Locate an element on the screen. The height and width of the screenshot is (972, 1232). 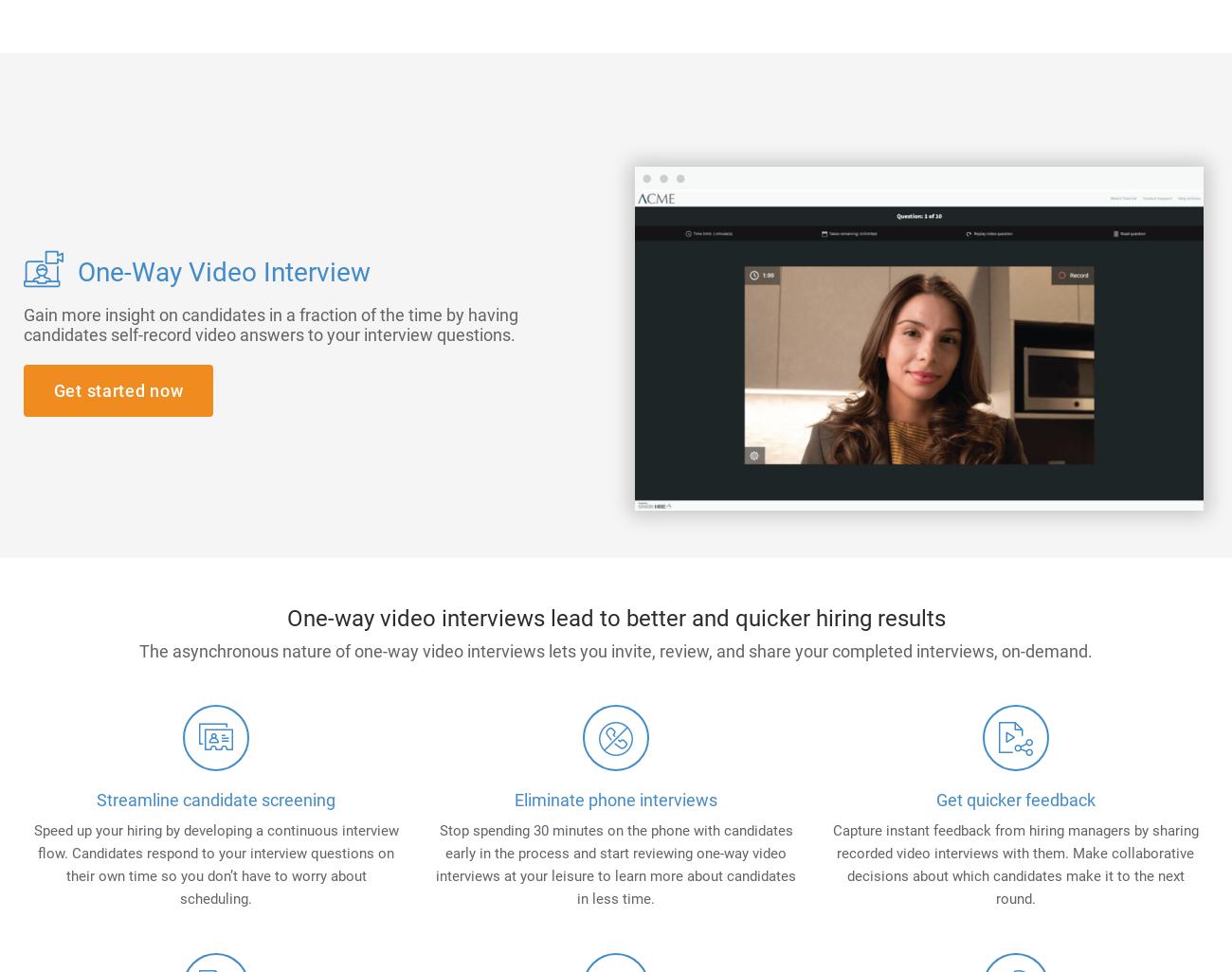
'All Resources' is located at coordinates (892, 464).